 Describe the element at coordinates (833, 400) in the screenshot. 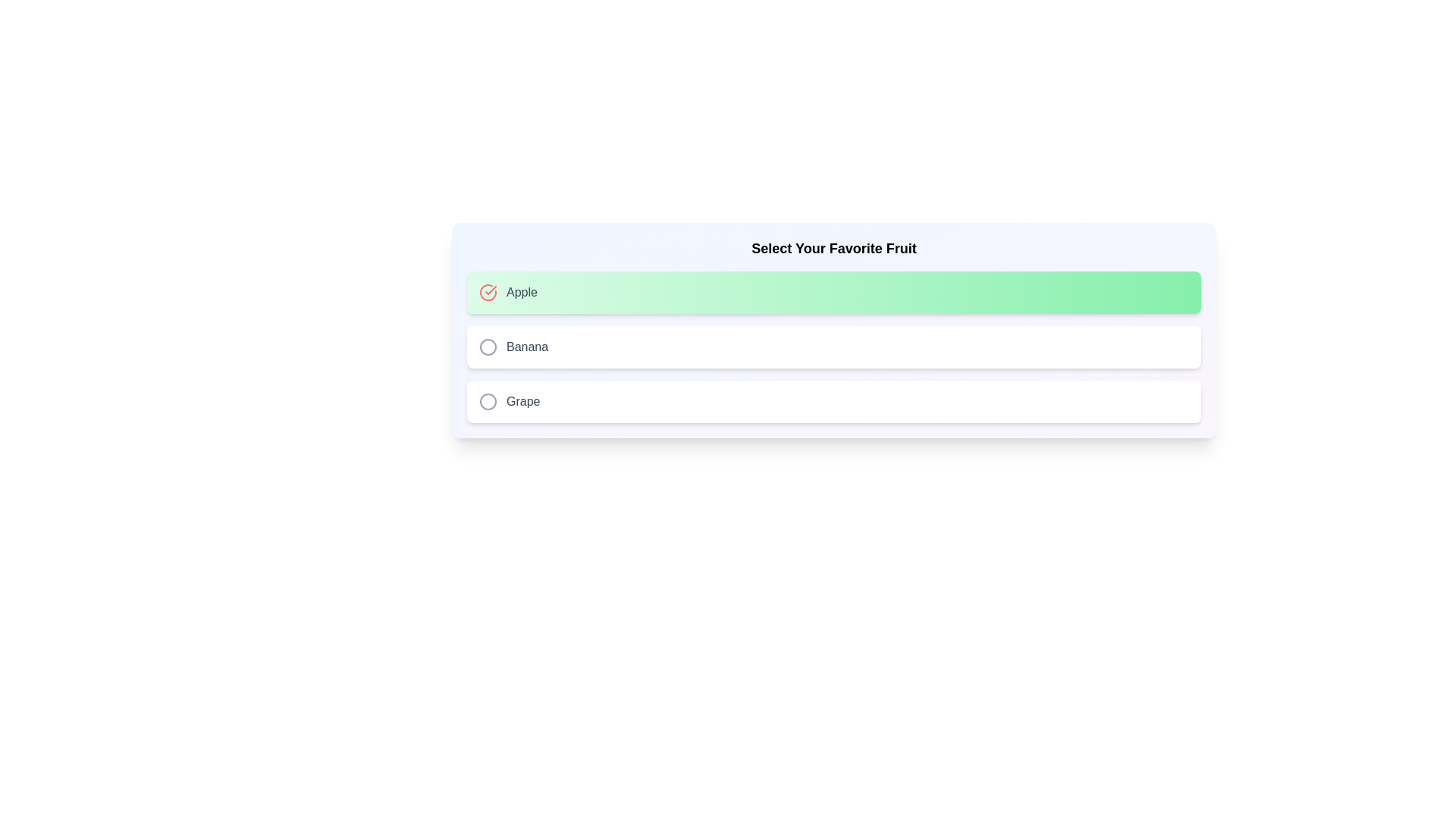

I see `the 'Grape' radio button option for accessibility navigation` at that location.